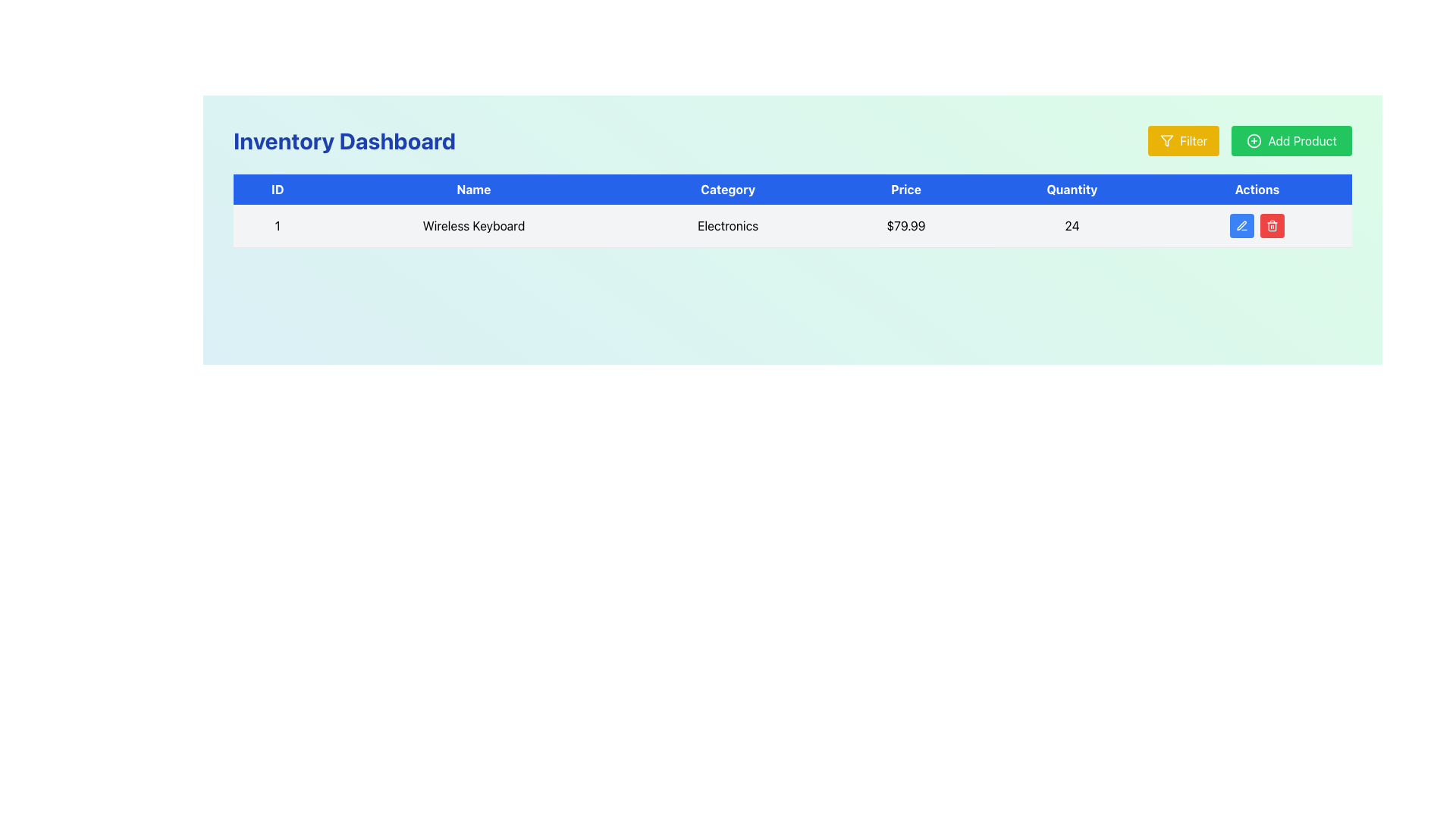 This screenshot has width=1456, height=819. Describe the element at coordinates (1241, 225) in the screenshot. I see `the edit icon button resembling a pen within a blue button located in the 'Actions' column for the 'Wireless Keyboard' product` at that location.